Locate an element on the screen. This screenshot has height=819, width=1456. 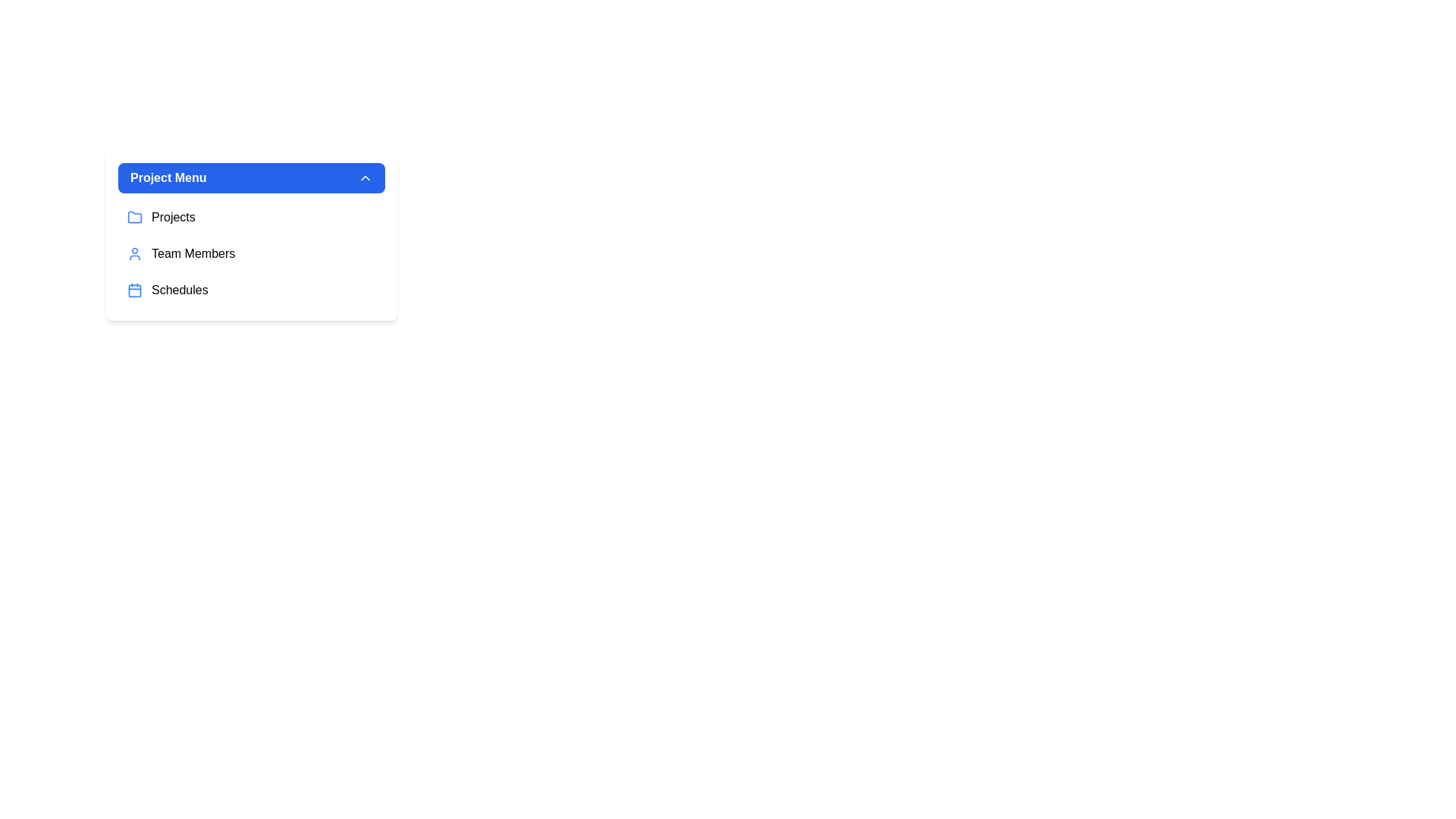
the 'Schedules' menu item to select it is located at coordinates (251, 290).